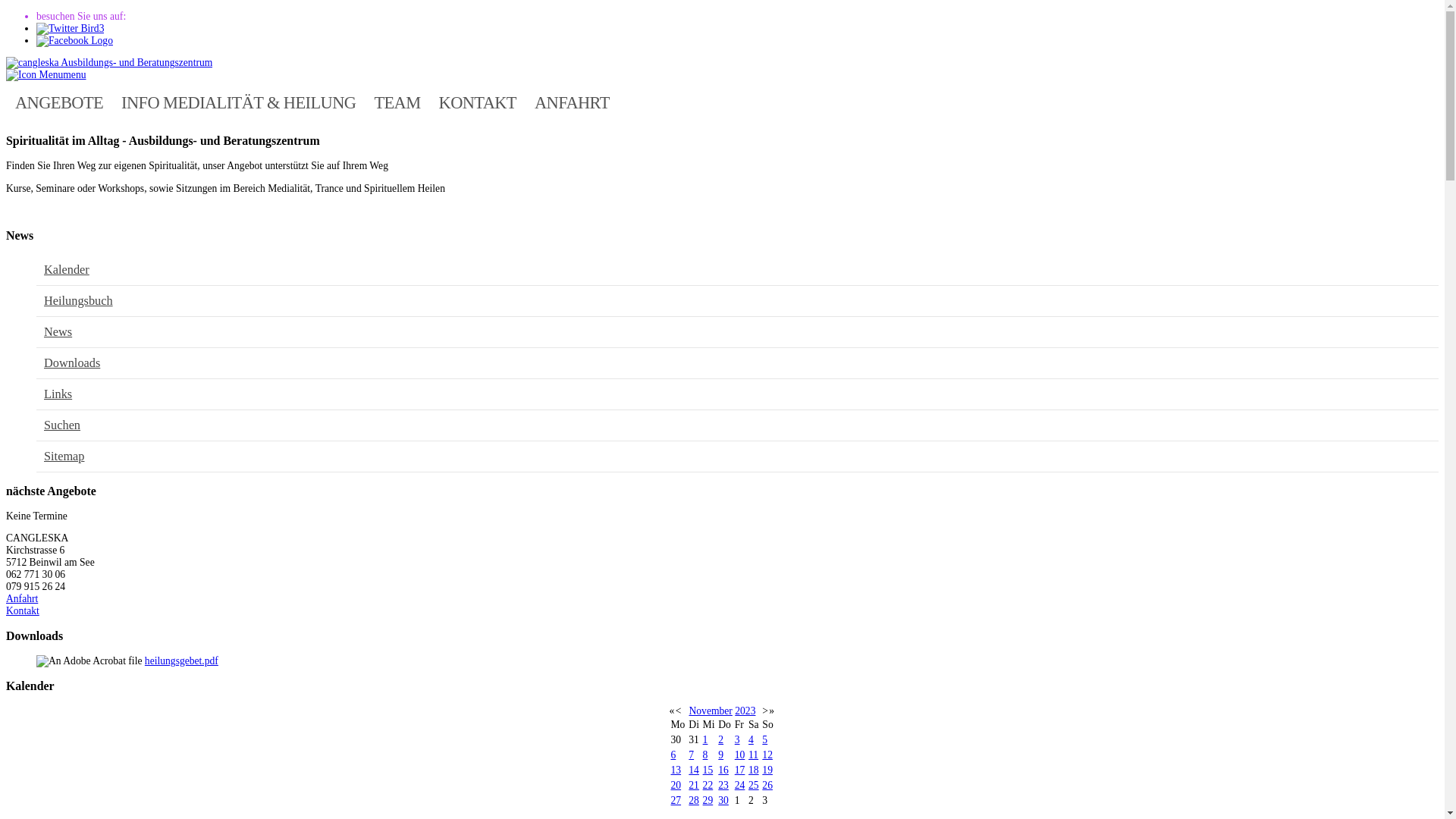 This screenshot has width=1456, height=819. What do you see at coordinates (708, 799) in the screenshot?
I see `'29'` at bounding box center [708, 799].